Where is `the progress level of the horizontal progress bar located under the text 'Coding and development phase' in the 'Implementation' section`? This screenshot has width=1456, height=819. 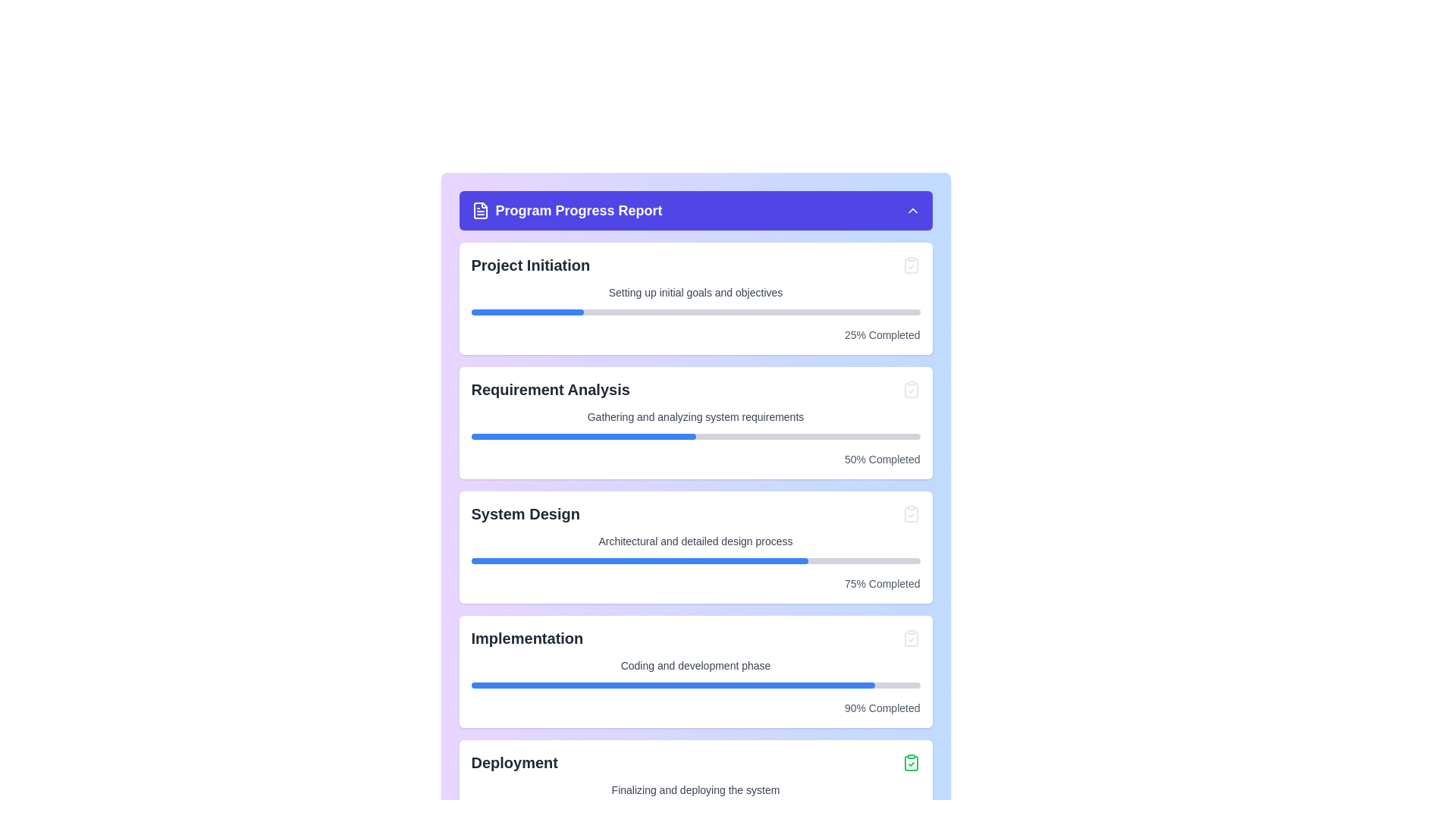 the progress level of the horizontal progress bar located under the text 'Coding and development phase' in the 'Implementation' section is located at coordinates (695, 685).